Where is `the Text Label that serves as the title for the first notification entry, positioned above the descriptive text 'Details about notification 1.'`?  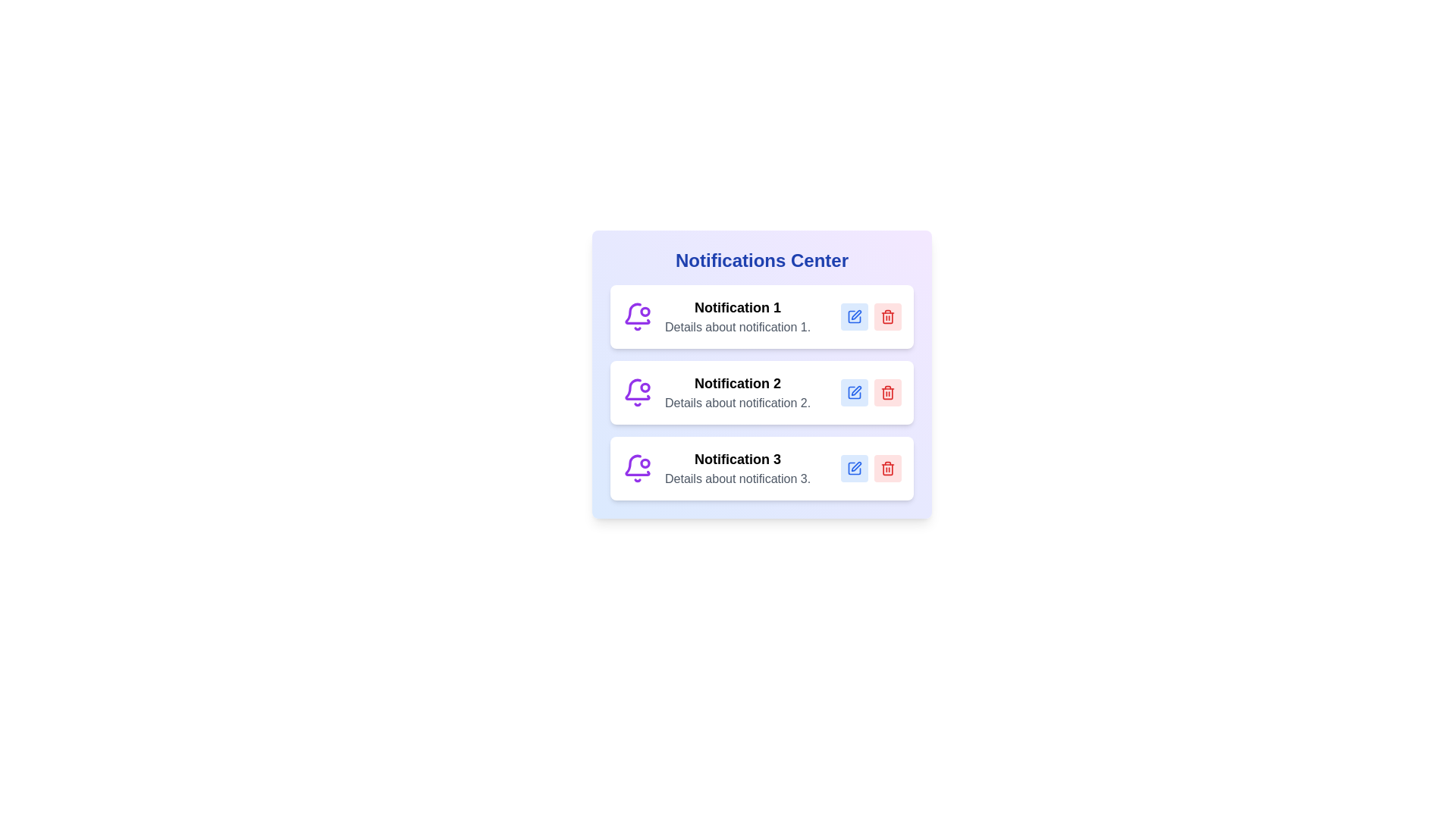
the Text Label that serves as the title for the first notification entry, positioned above the descriptive text 'Details about notification 1.' is located at coordinates (738, 307).